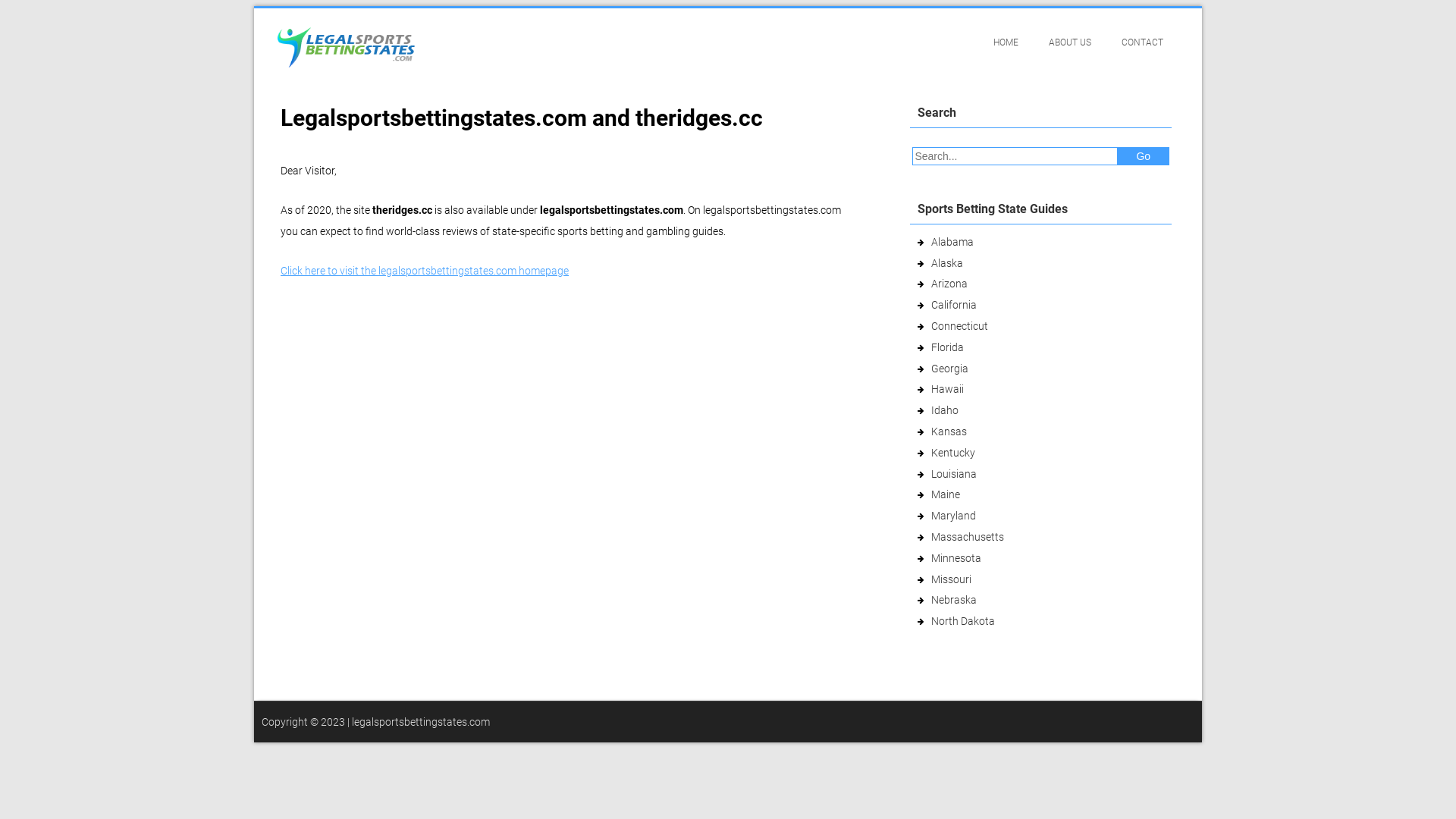 This screenshot has width=1456, height=819. I want to click on 'CONTACT', so click(1142, 42).